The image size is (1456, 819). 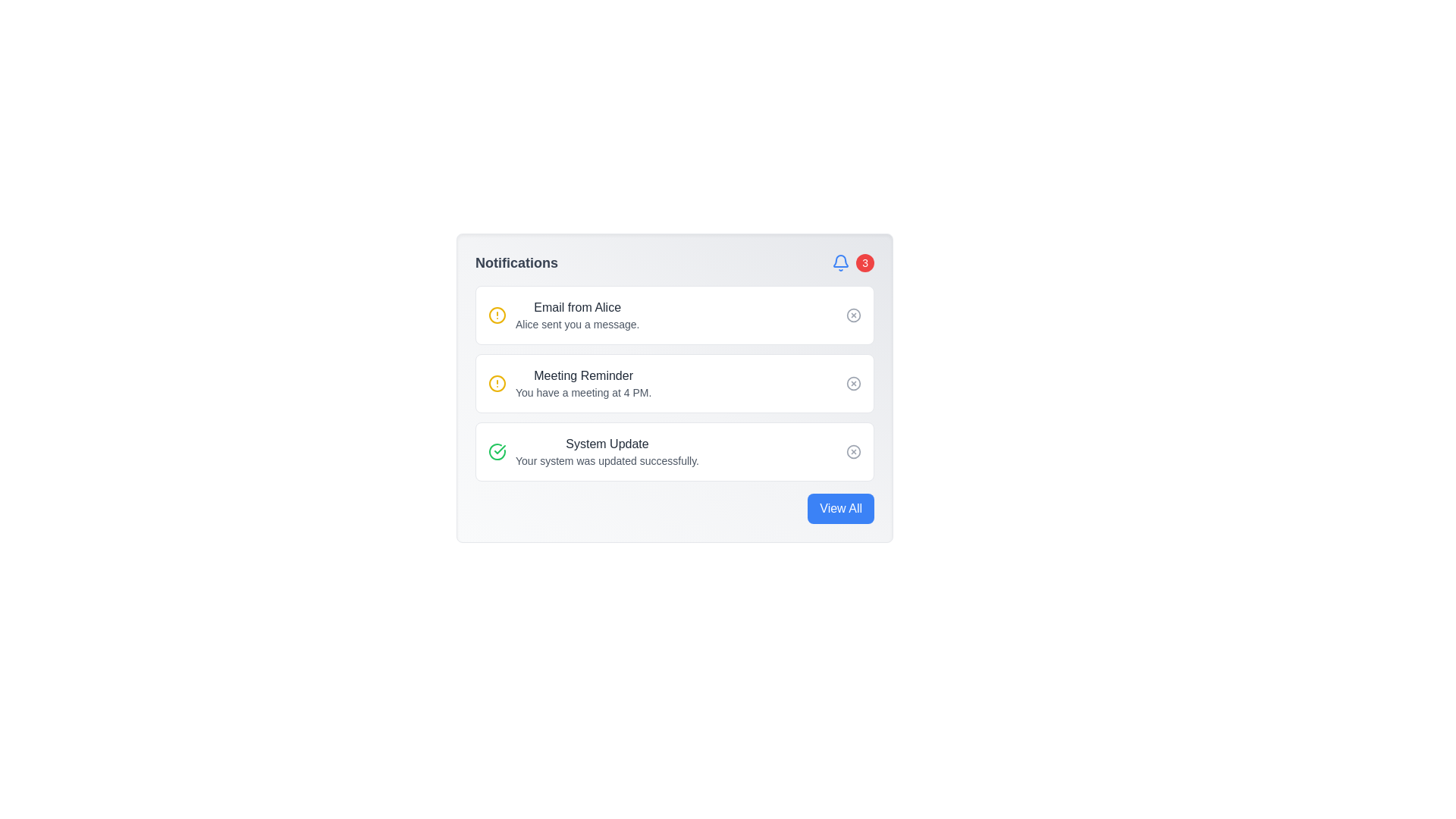 I want to click on notification message text located in the third notification item of the notification panel, positioned to the right of a green checkmark icon and above a 'close' button, so click(x=607, y=451).